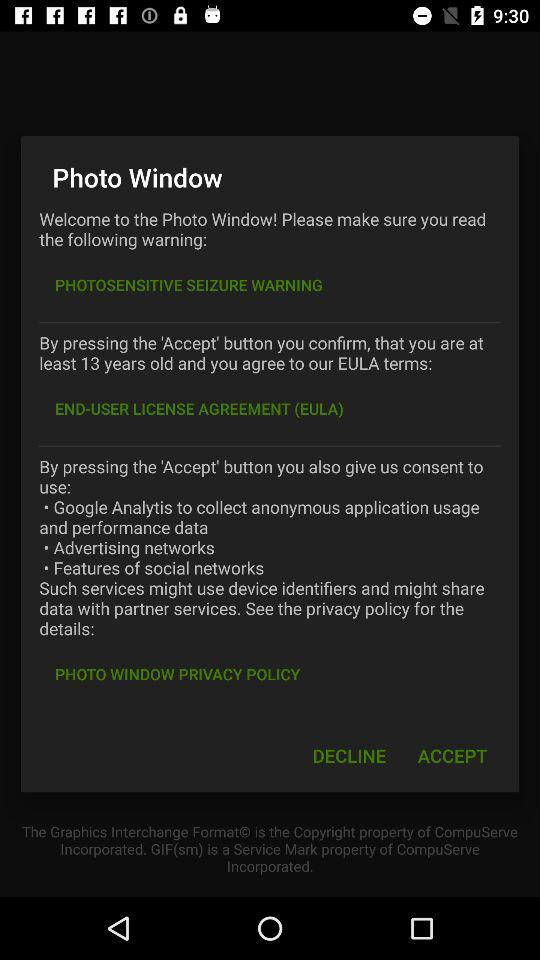 The image size is (540, 960). I want to click on the item next to the accept item, so click(348, 754).